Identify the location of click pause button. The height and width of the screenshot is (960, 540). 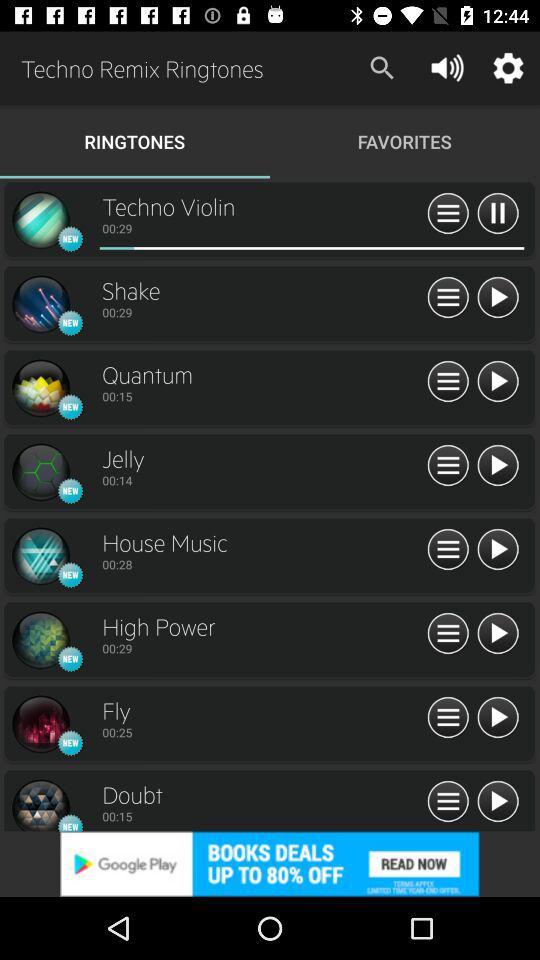
(448, 633).